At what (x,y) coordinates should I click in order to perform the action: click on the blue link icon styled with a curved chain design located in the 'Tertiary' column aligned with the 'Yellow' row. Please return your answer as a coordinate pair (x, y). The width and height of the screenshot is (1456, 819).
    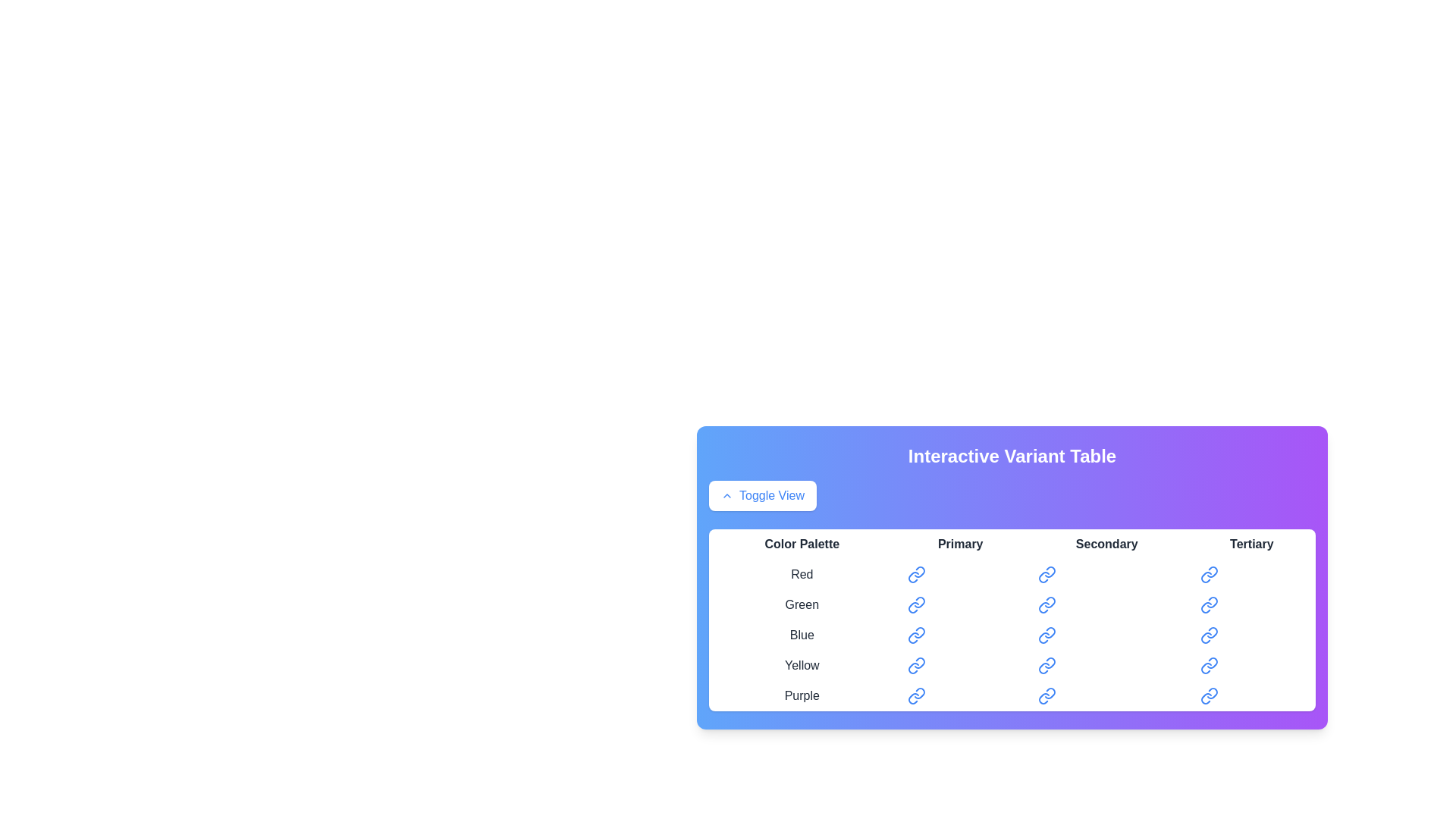
    Looking at the image, I should click on (1208, 665).